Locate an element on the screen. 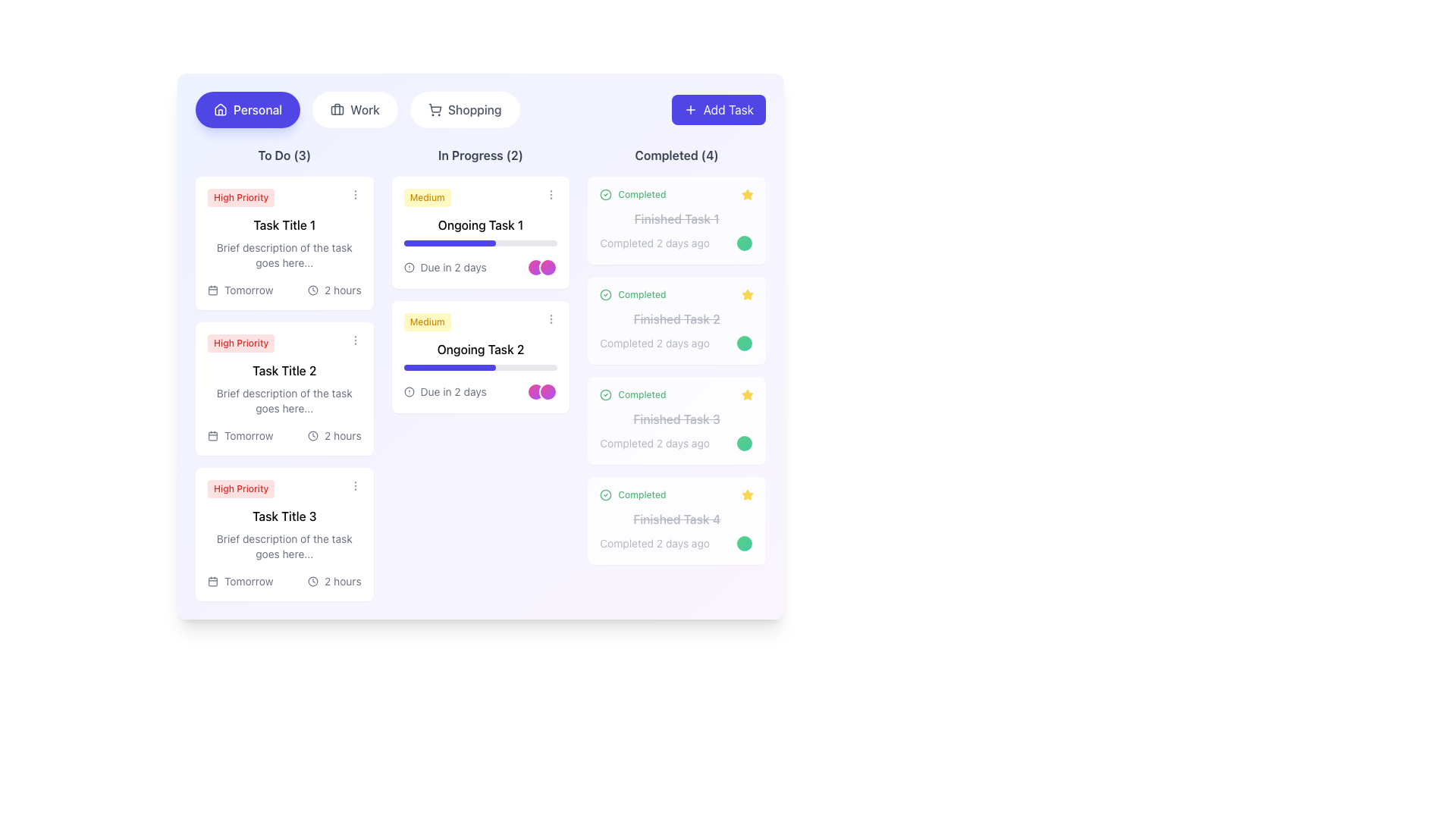 The width and height of the screenshot is (1456, 819). the completed task card located in the 'Completed' column, which is the second card among four is located at coordinates (676, 320).